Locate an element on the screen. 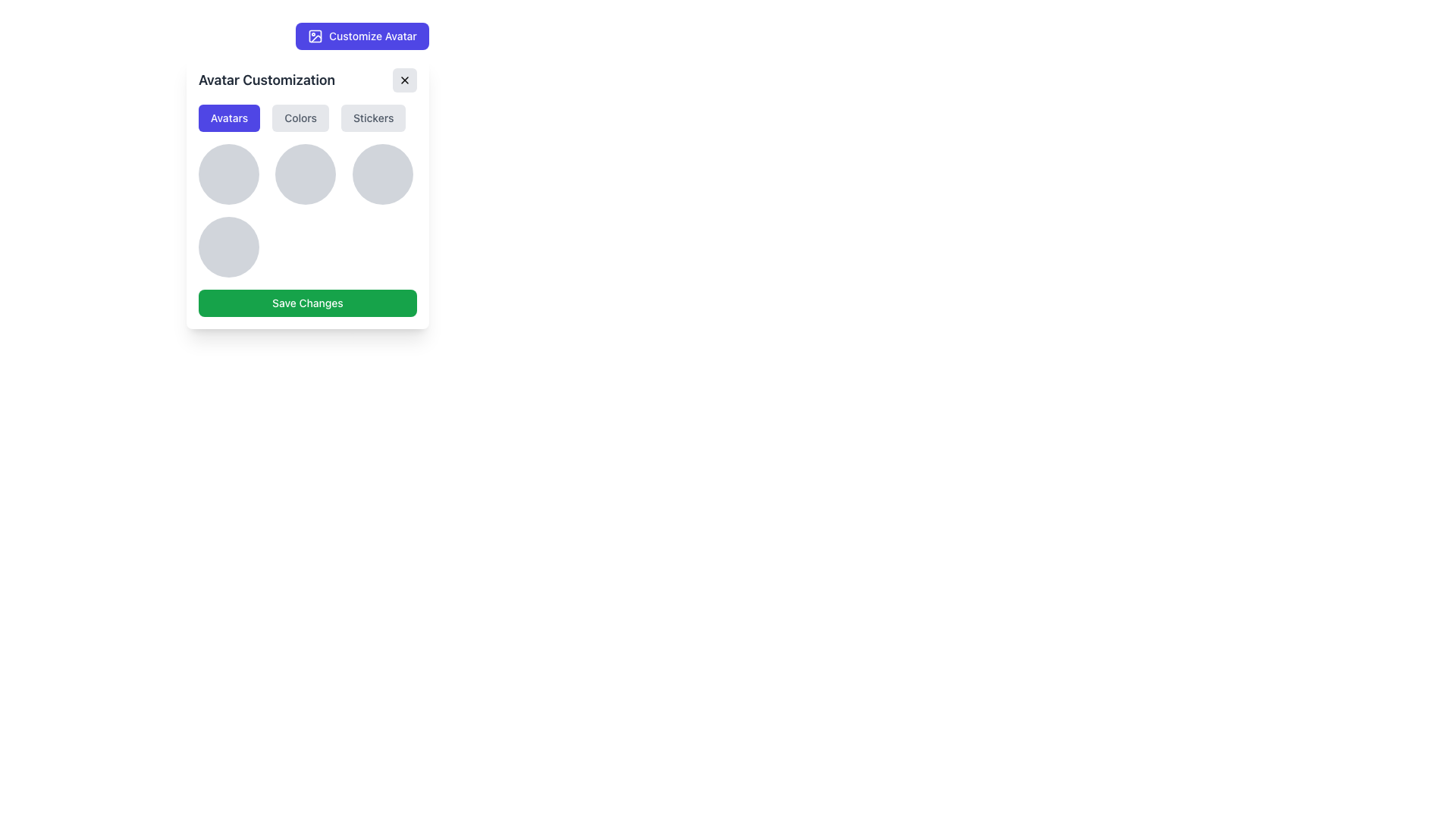 The width and height of the screenshot is (1456, 819). the compact line-art icon within the 'Customize Avatar' button, which is located at the top-left of the interface is located at coordinates (315, 35).